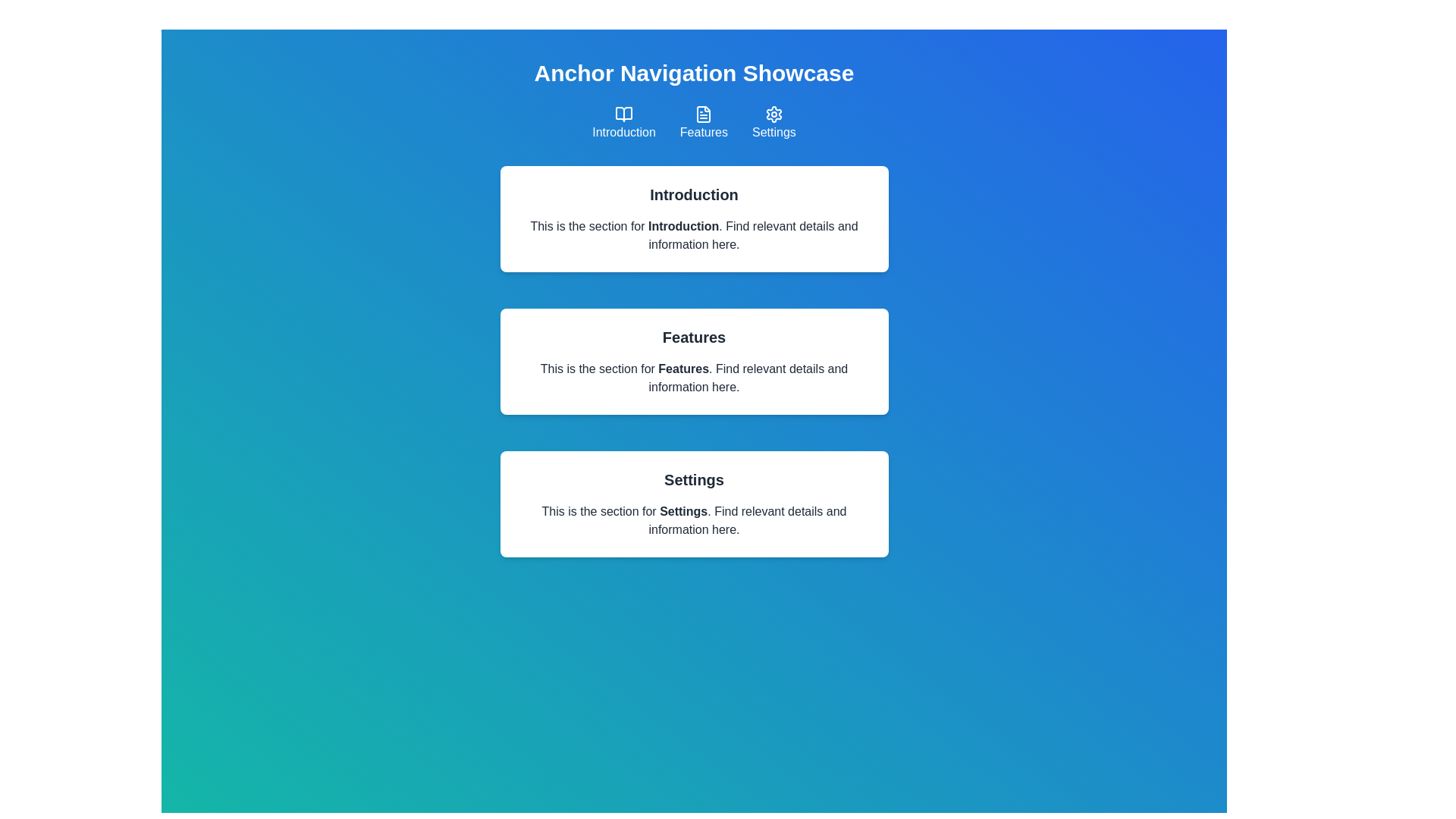 This screenshot has width=1456, height=819. Describe the element at coordinates (773, 113) in the screenshot. I see `the gear icon in the top-right section of the navigation bar to initiate navigation to the settings options` at that location.